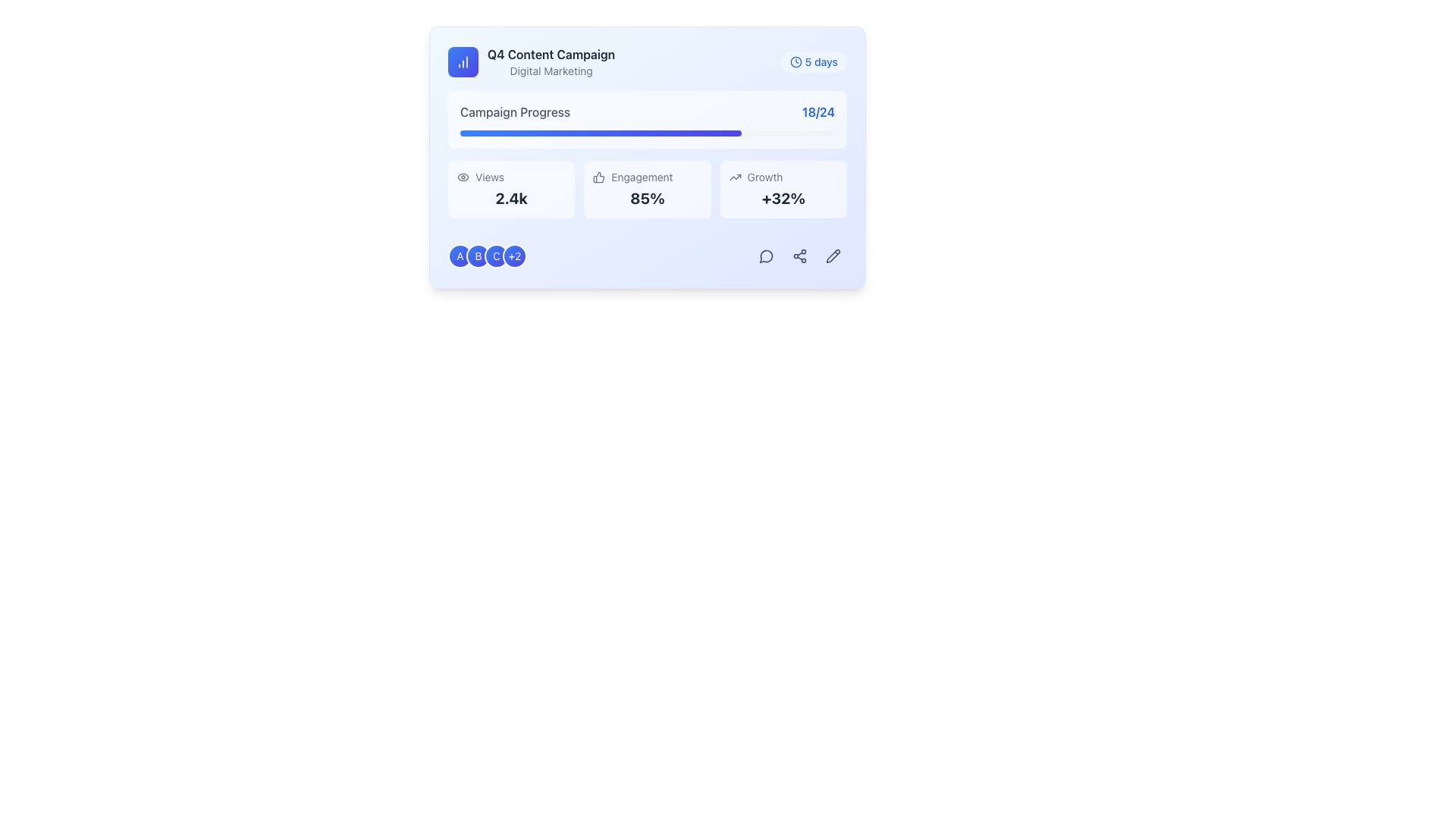  I want to click on the circular share button with a gray icon resembling three connected dots, so click(799, 256).